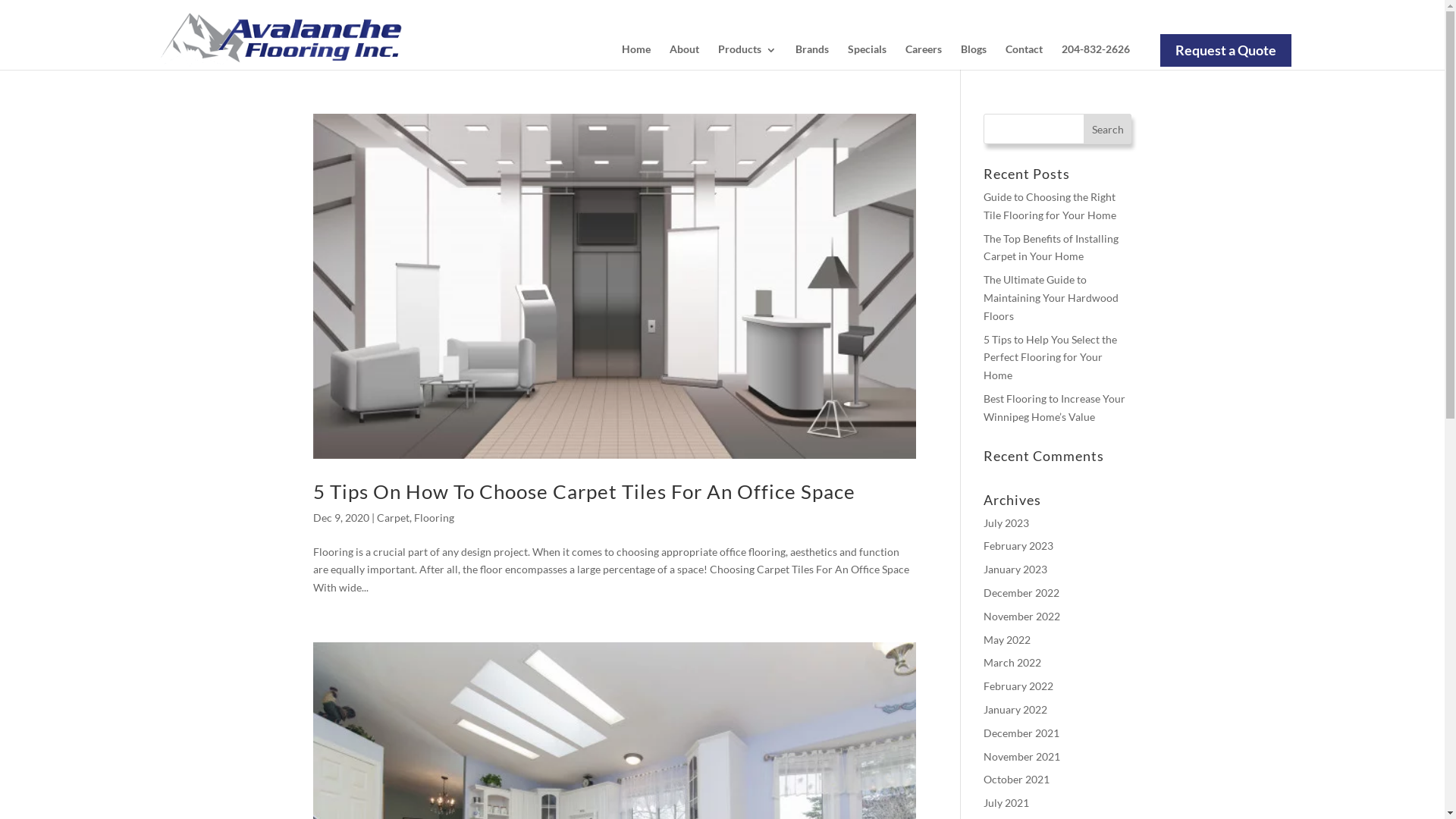 The width and height of the screenshot is (1456, 819). Describe the element at coordinates (811, 51) in the screenshot. I see `'Brands'` at that location.